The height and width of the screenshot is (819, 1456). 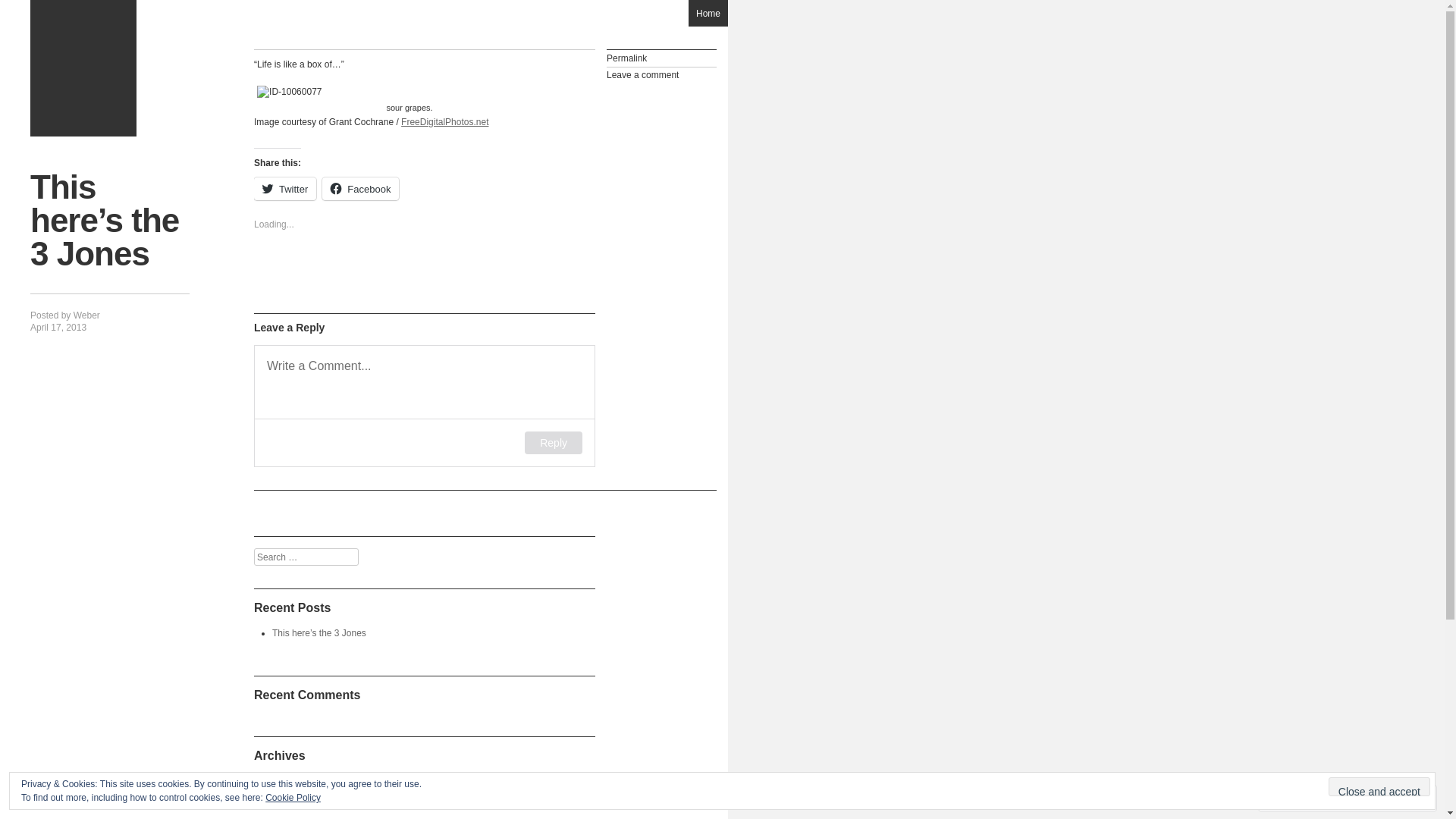 What do you see at coordinates (292, 780) in the screenshot?
I see `'April 2013'` at bounding box center [292, 780].